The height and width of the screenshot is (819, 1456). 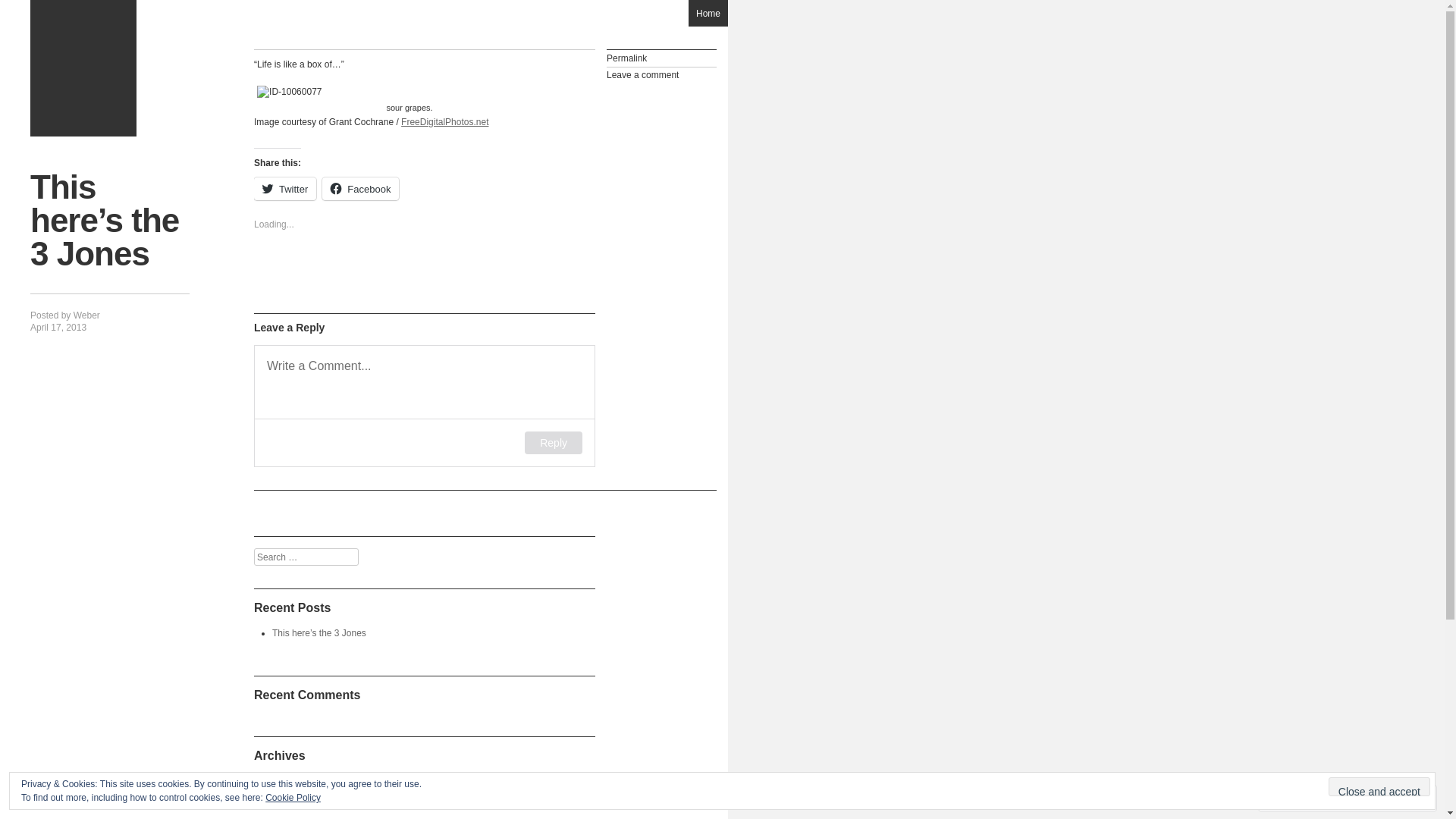 What do you see at coordinates (292, 780) in the screenshot?
I see `'April 2013'` at bounding box center [292, 780].